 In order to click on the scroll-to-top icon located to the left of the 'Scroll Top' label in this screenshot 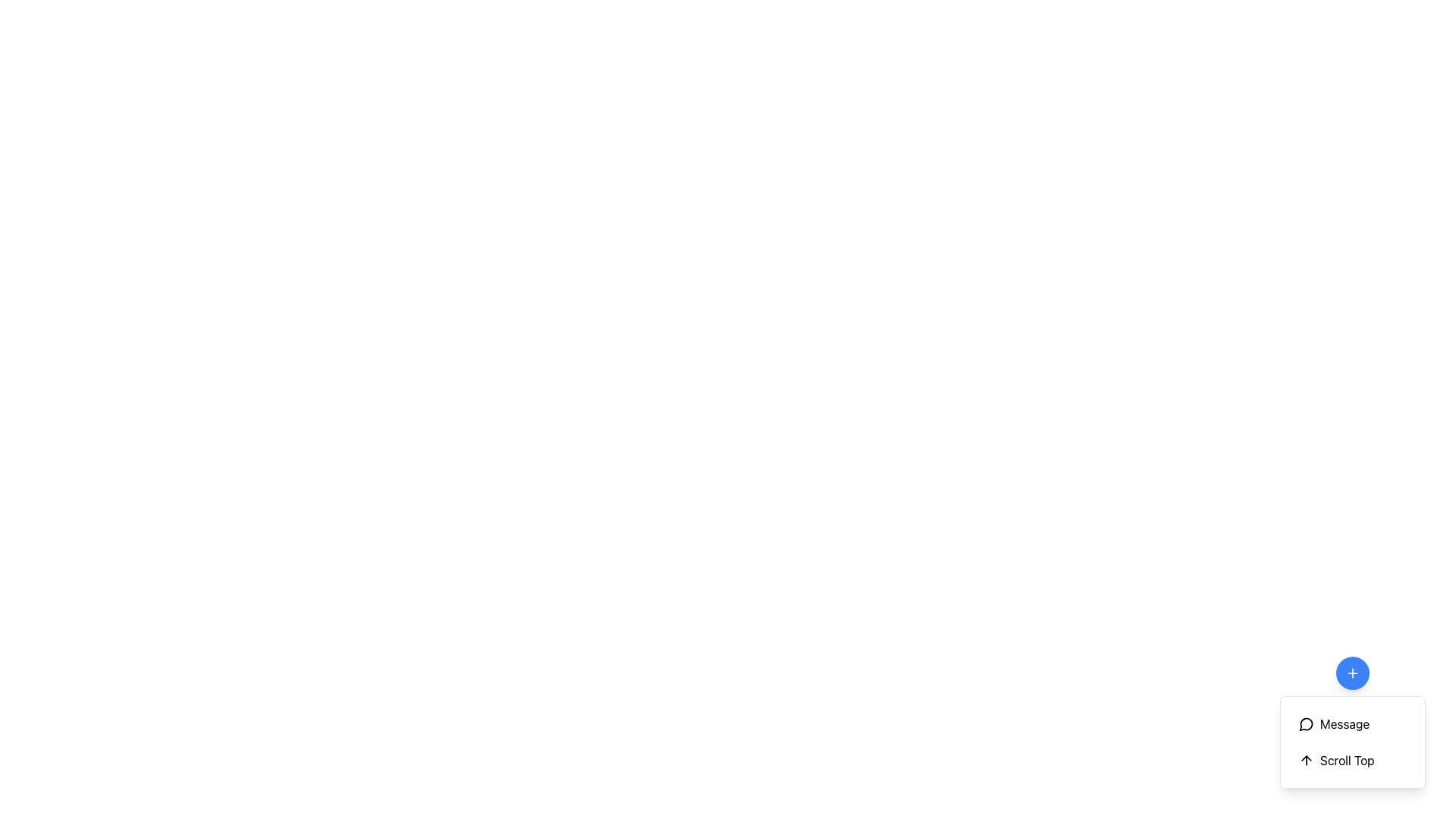, I will do `click(1306, 760)`.